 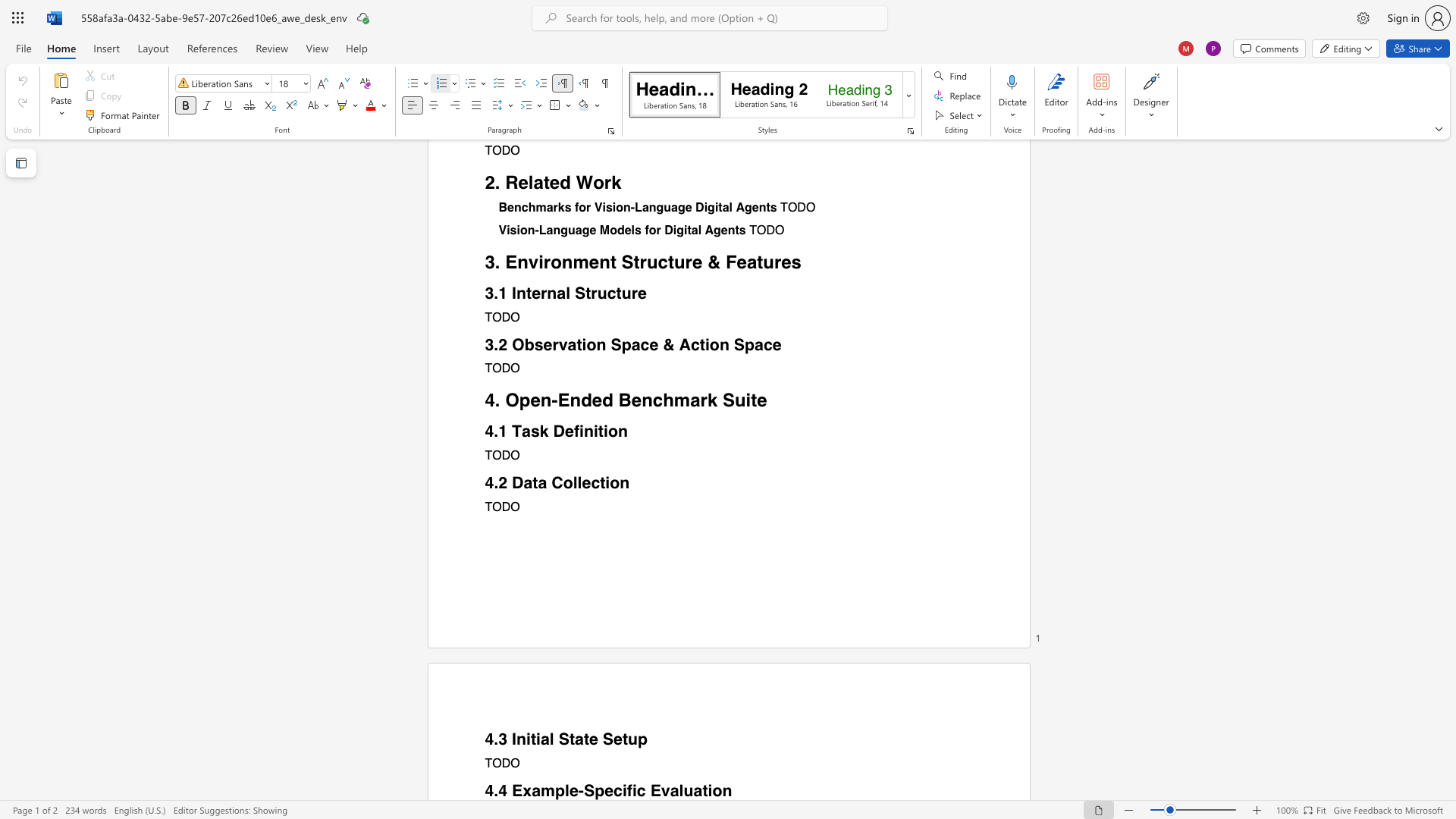 What do you see at coordinates (532, 790) in the screenshot?
I see `the space between the continuous character "x" and "a" in the text` at bounding box center [532, 790].